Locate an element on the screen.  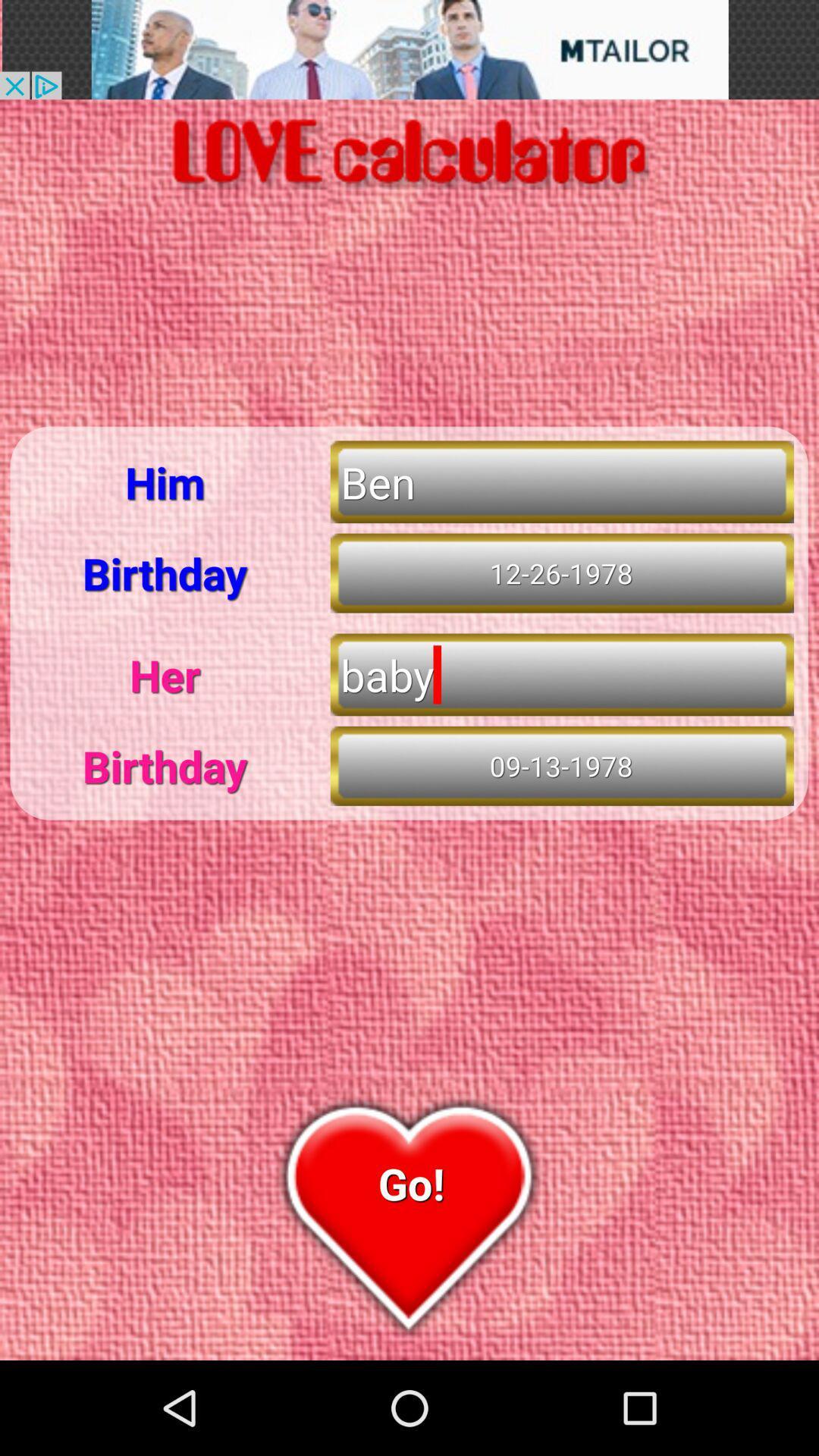
top the page box is located at coordinates (409, 49).